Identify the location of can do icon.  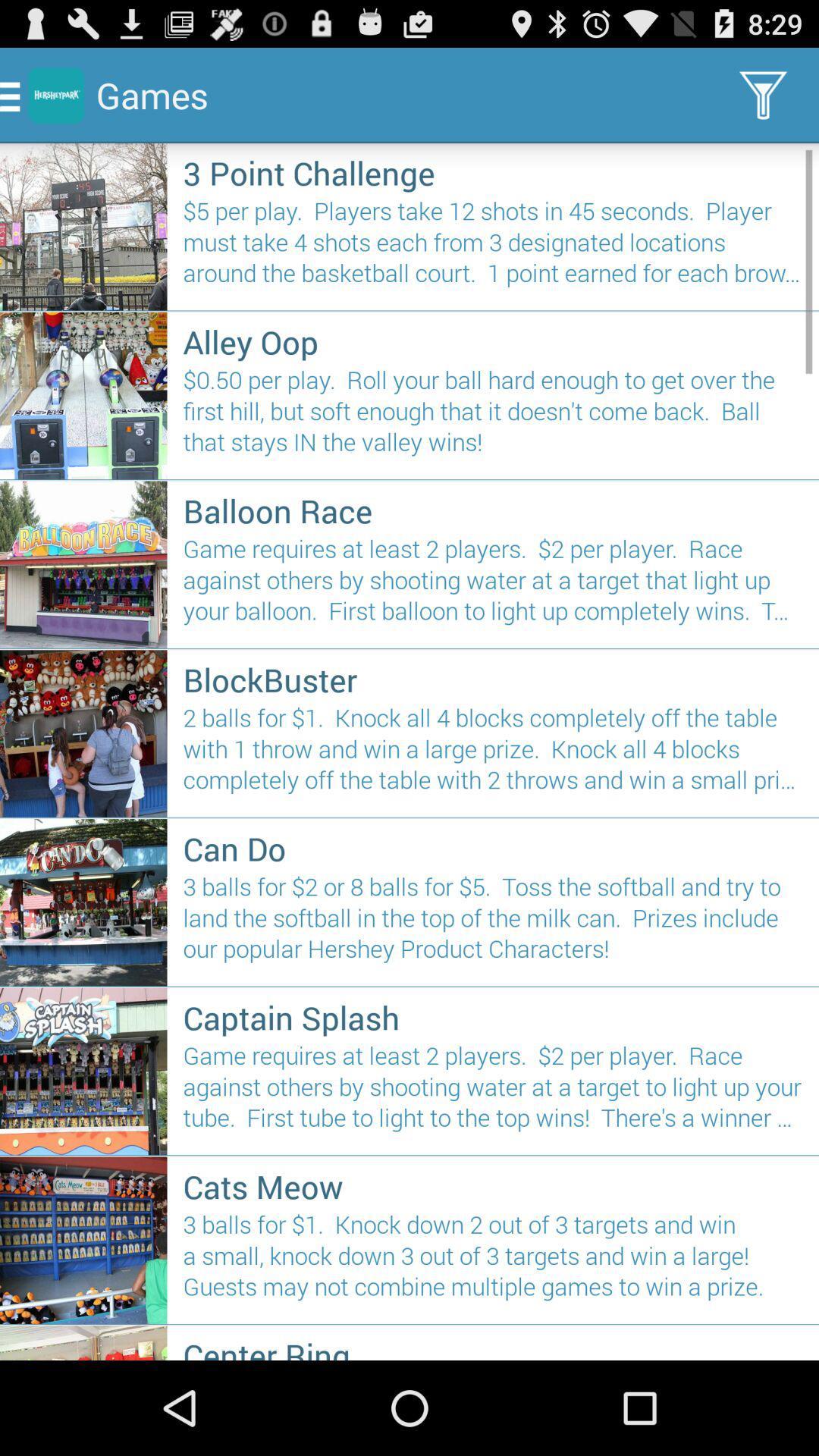
(493, 847).